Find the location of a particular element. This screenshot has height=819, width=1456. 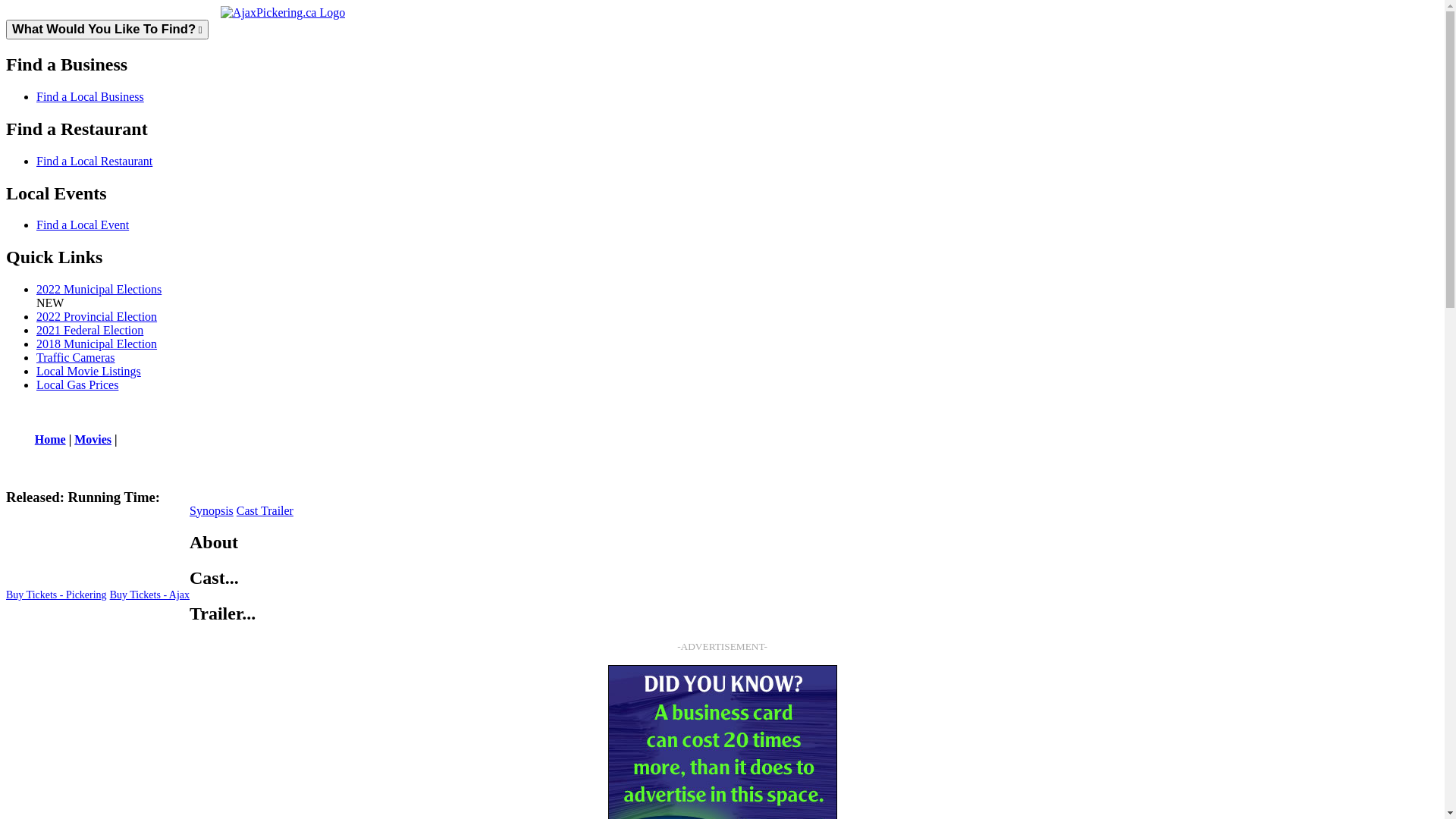

'Local Gas Prices' is located at coordinates (76, 384).